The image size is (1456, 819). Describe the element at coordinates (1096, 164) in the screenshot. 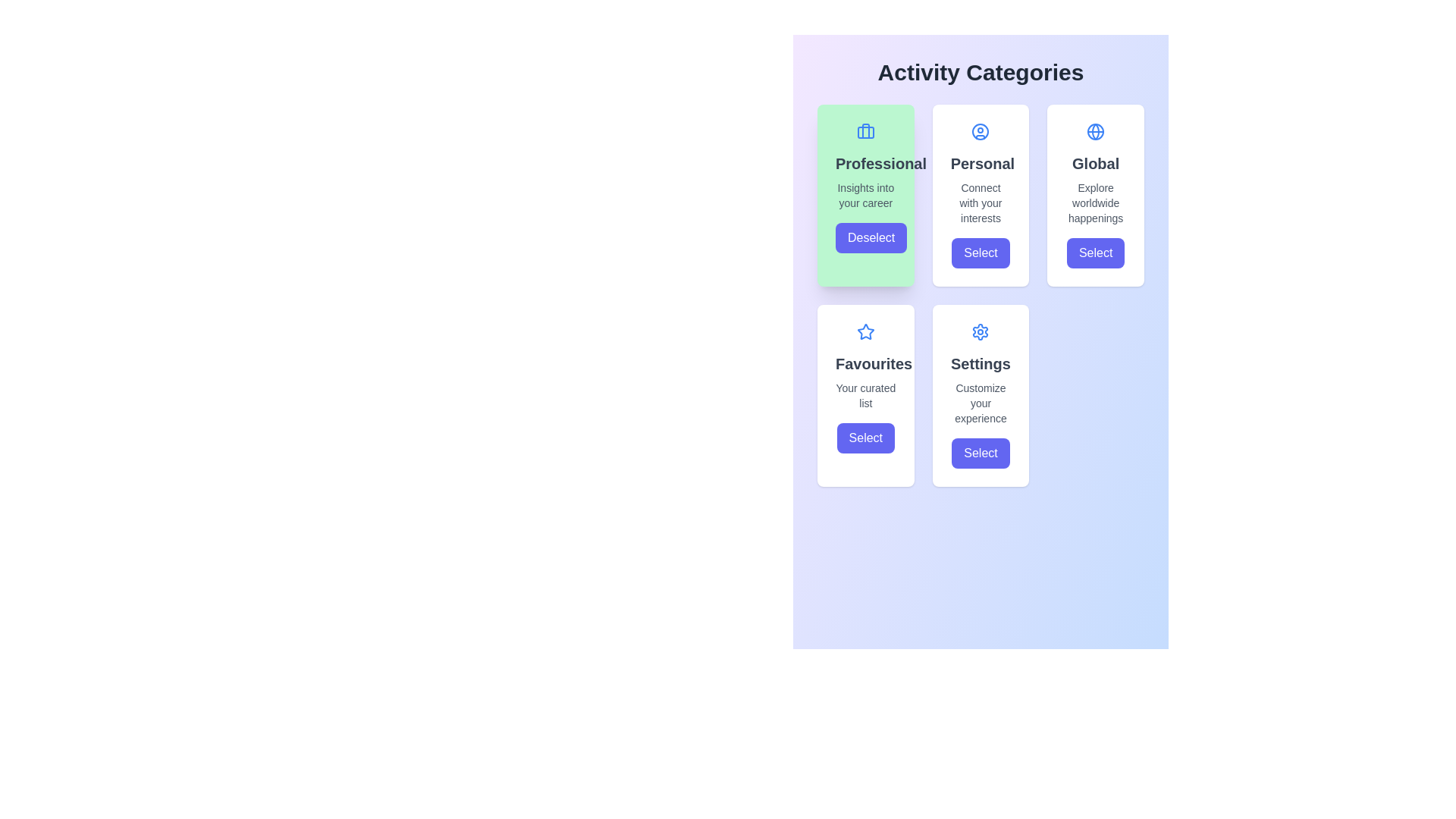

I see `bold, medium-sized dark gray text label displaying 'Global', which is positioned at the center-top of a rectangular card in the top right of the grid of activity category cards` at that location.